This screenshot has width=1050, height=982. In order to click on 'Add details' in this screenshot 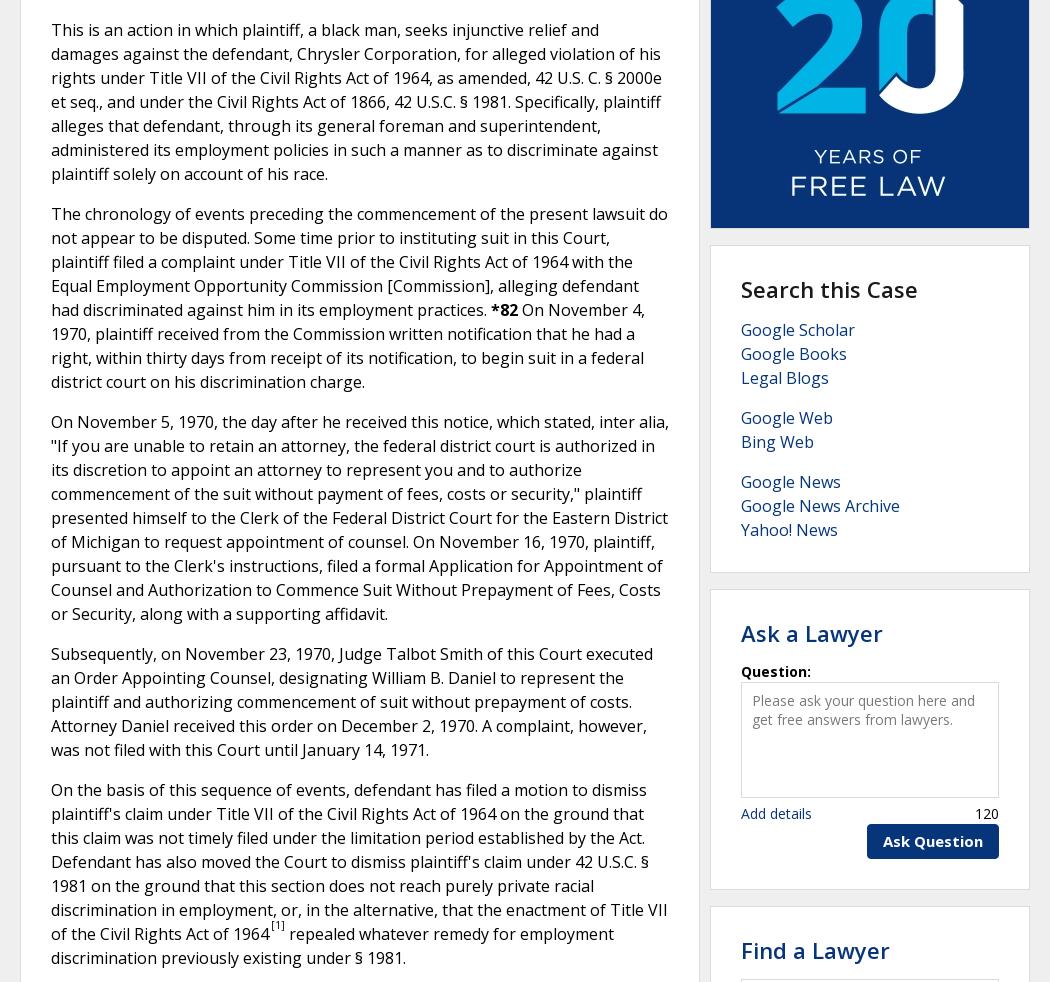, I will do `click(776, 812)`.